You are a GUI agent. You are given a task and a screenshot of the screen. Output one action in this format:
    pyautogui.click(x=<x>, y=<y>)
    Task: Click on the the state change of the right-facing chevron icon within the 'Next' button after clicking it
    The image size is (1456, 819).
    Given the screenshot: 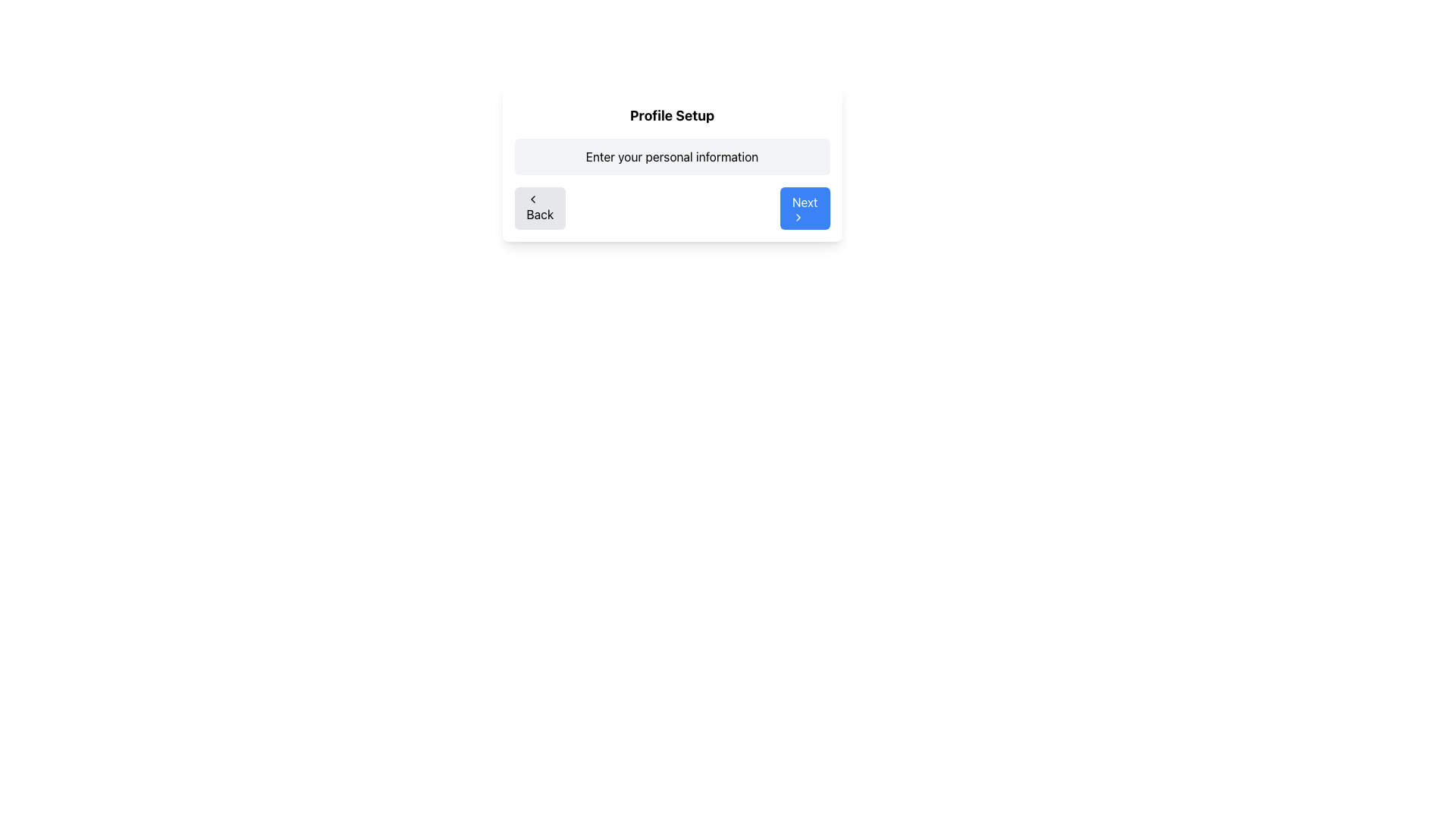 What is the action you would take?
    pyautogui.click(x=797, y=217)
    